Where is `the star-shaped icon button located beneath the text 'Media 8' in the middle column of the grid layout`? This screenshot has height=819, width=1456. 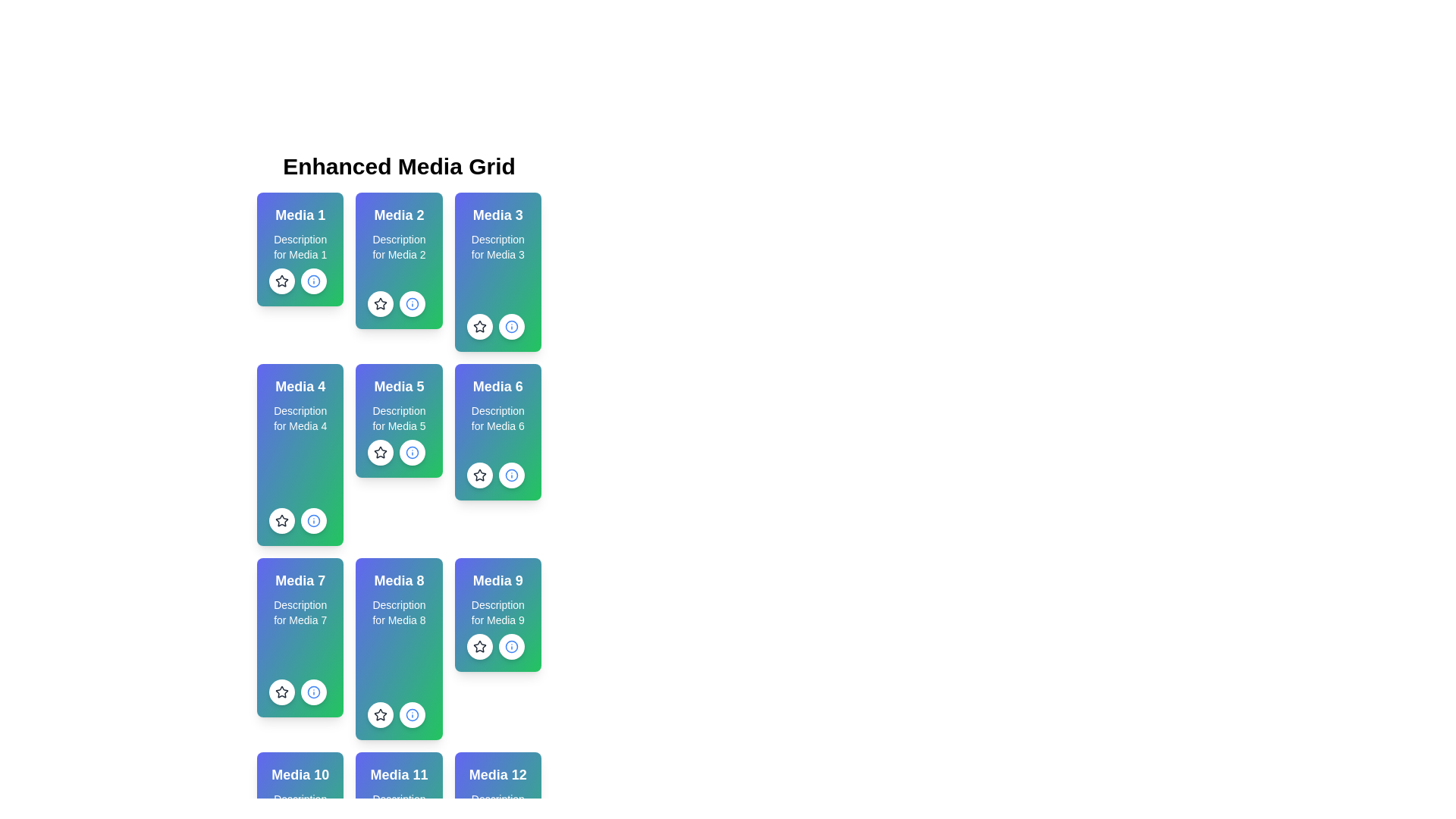
the star-shaped icon button located beneath the text 'Media 8' in the middle column of the grid layout is located at coordinates (381, 714).